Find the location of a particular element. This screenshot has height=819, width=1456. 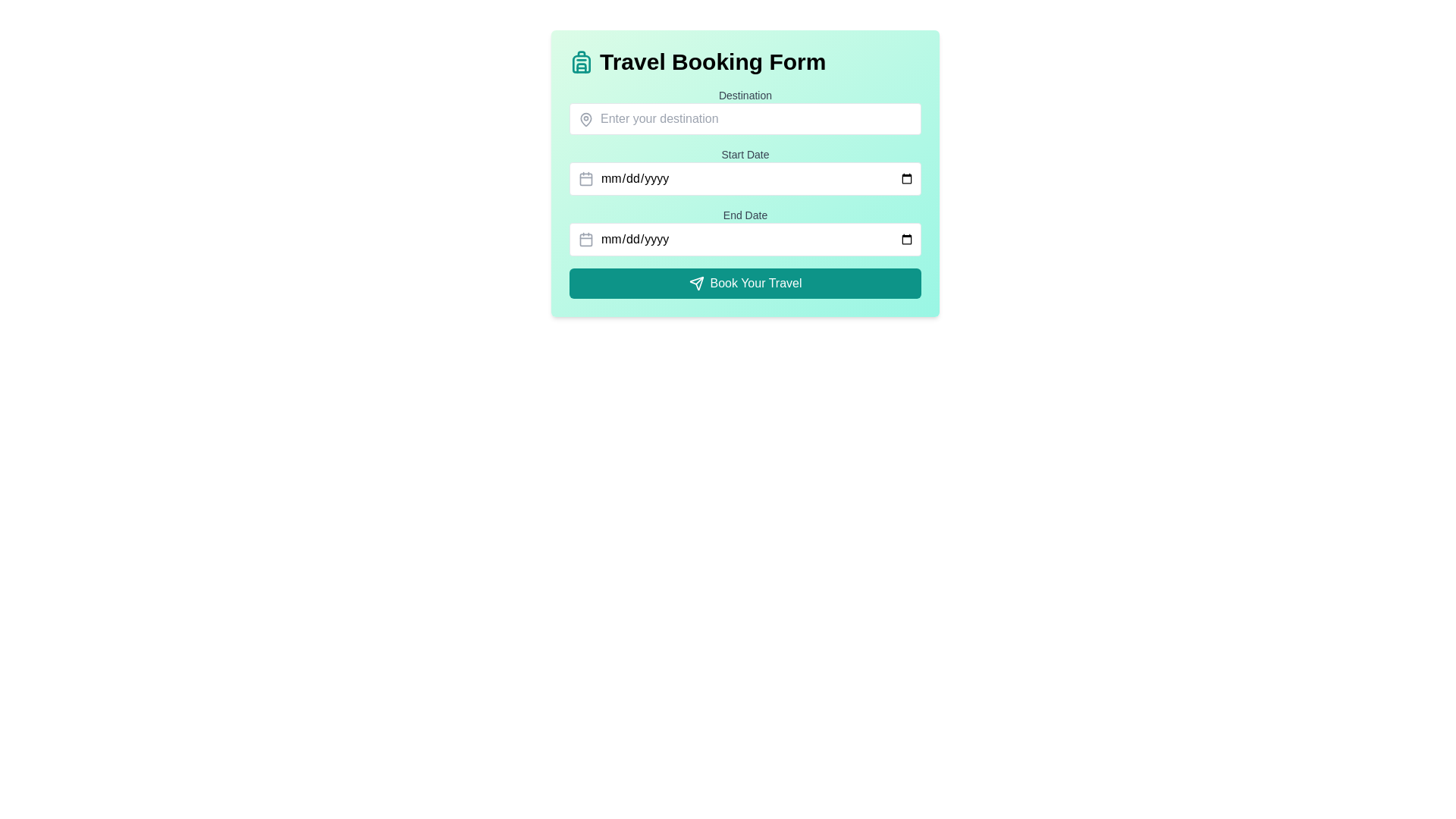

the arrow-like icon part of the 'Book Your Travel' button located at the bottom of the form is located at coordinates (695, 284).